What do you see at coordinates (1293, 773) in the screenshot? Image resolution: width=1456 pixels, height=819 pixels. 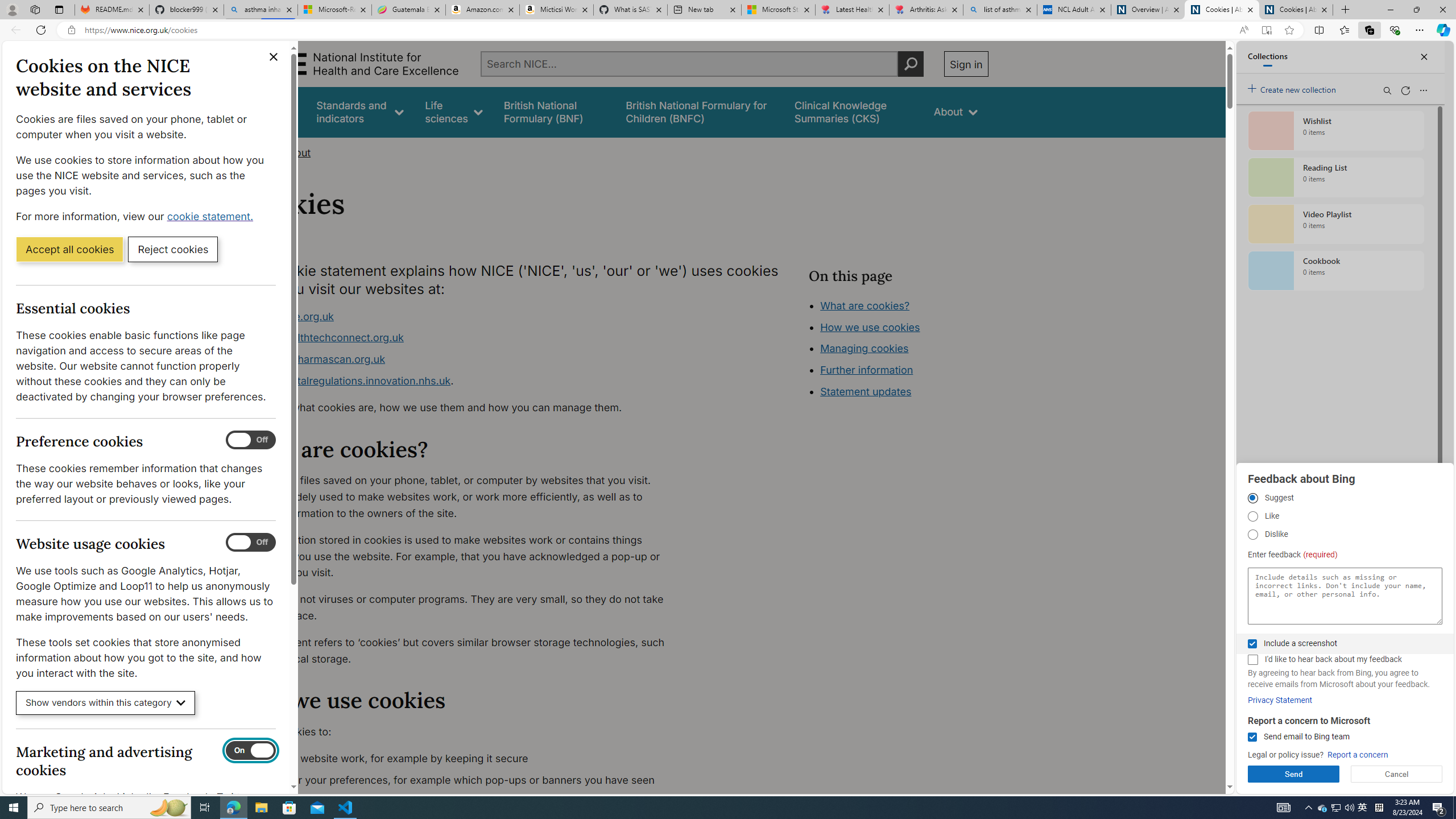 I see `'Send'` at bounding box center [1293, 773].